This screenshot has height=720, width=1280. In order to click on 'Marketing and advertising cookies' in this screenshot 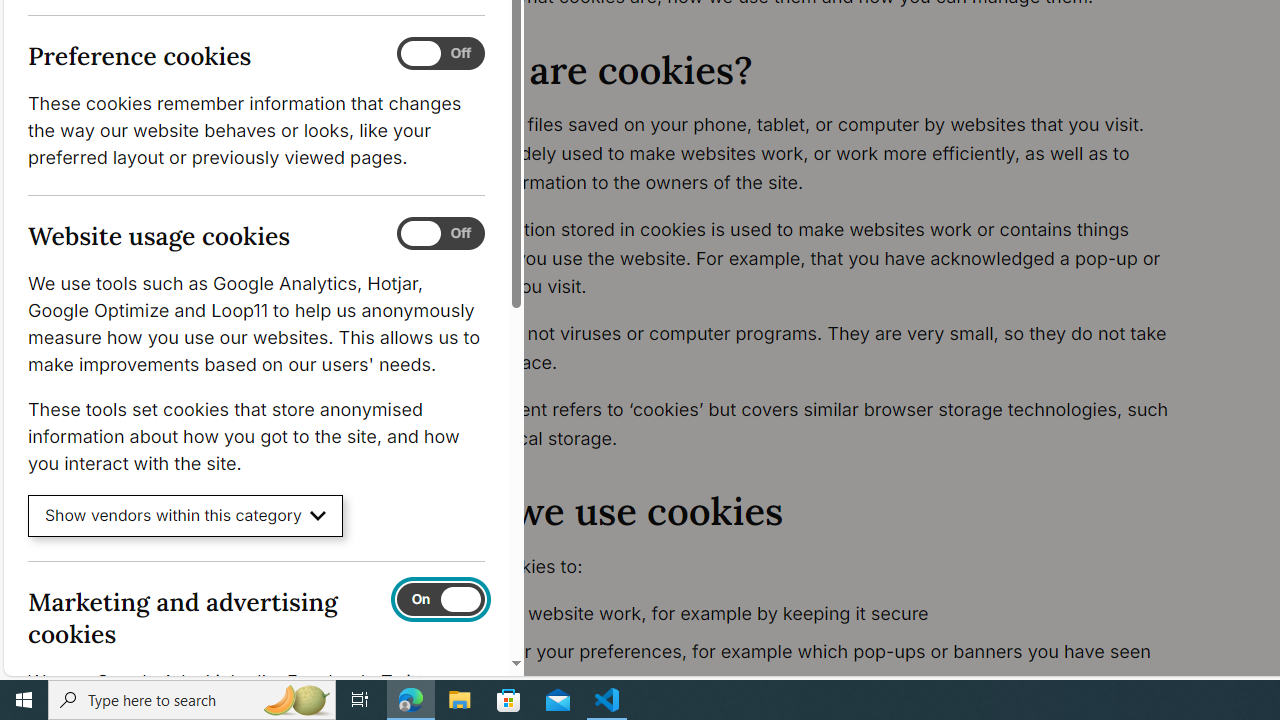, I will do `click(439, 598)`.